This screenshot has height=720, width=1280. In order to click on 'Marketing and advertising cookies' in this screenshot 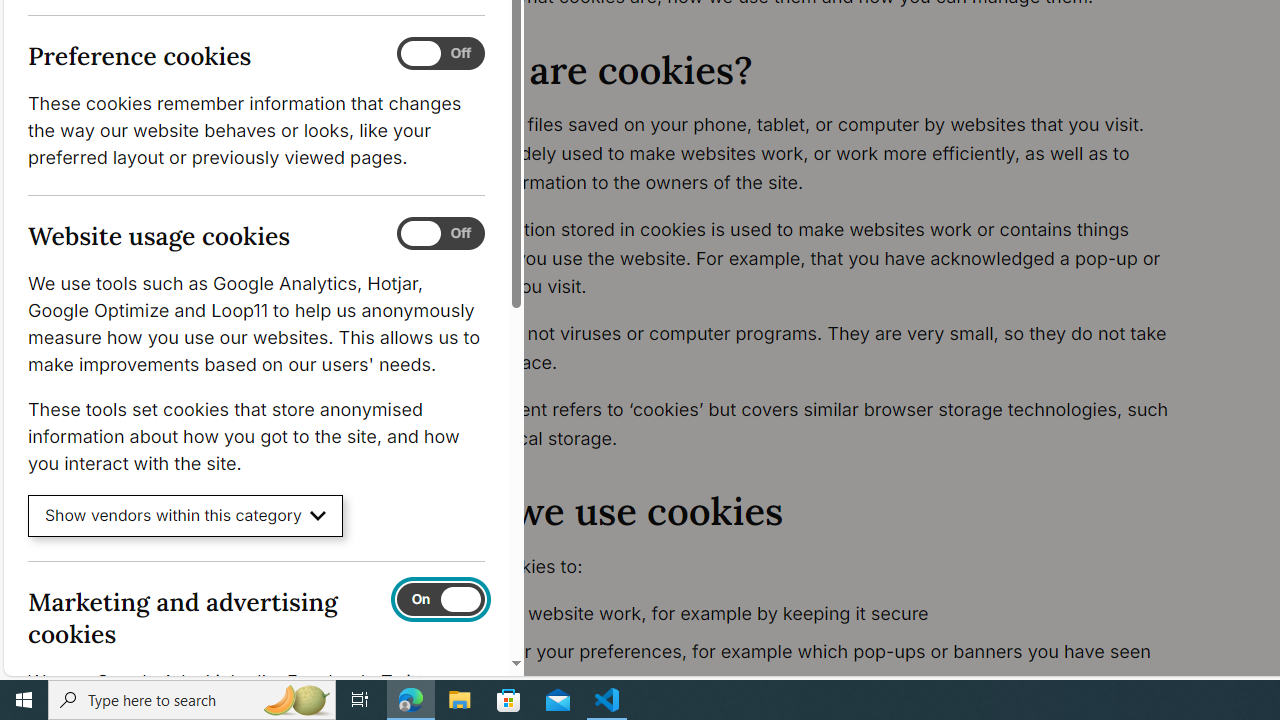, I will do `click(439, 598)`.